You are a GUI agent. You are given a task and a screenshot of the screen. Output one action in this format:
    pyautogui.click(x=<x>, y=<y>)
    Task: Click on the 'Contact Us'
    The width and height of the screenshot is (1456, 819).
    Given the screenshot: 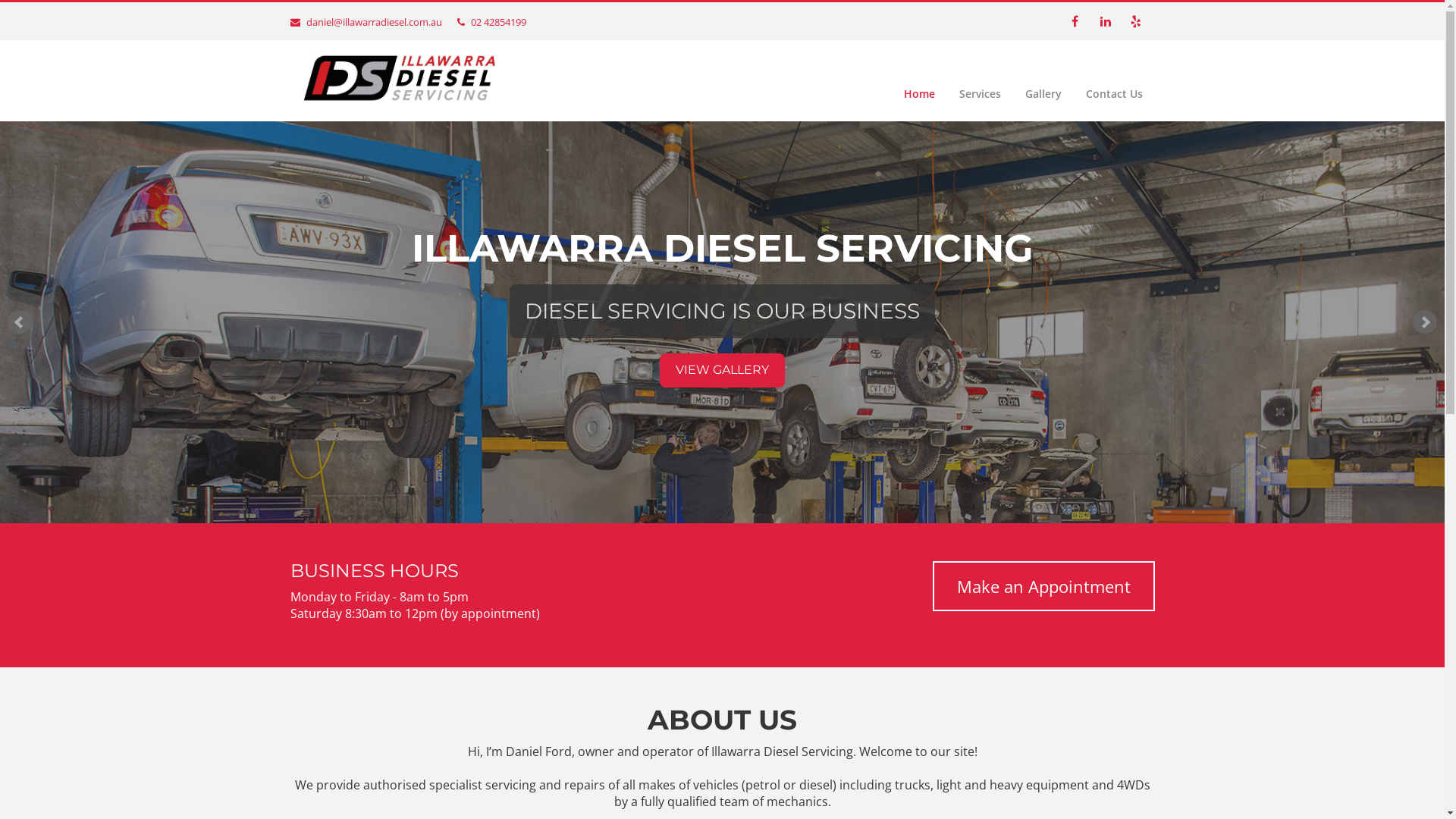 What is the action you would take?
    pyautogui.click(x=1073, y=93)
    